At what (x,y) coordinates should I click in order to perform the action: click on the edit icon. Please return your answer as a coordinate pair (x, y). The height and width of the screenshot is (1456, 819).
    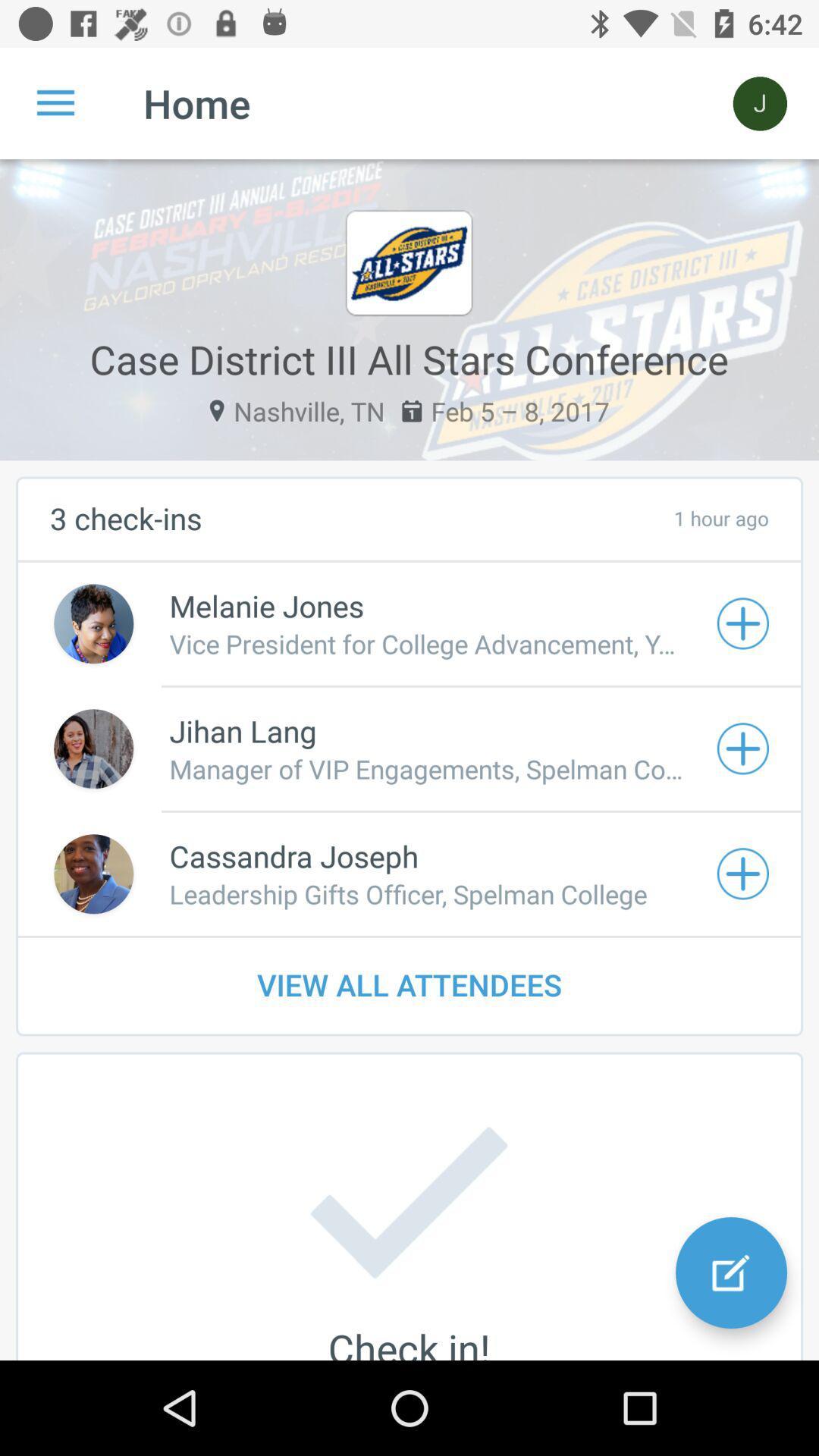
    Looking at the image, I should click on (730, 1272).